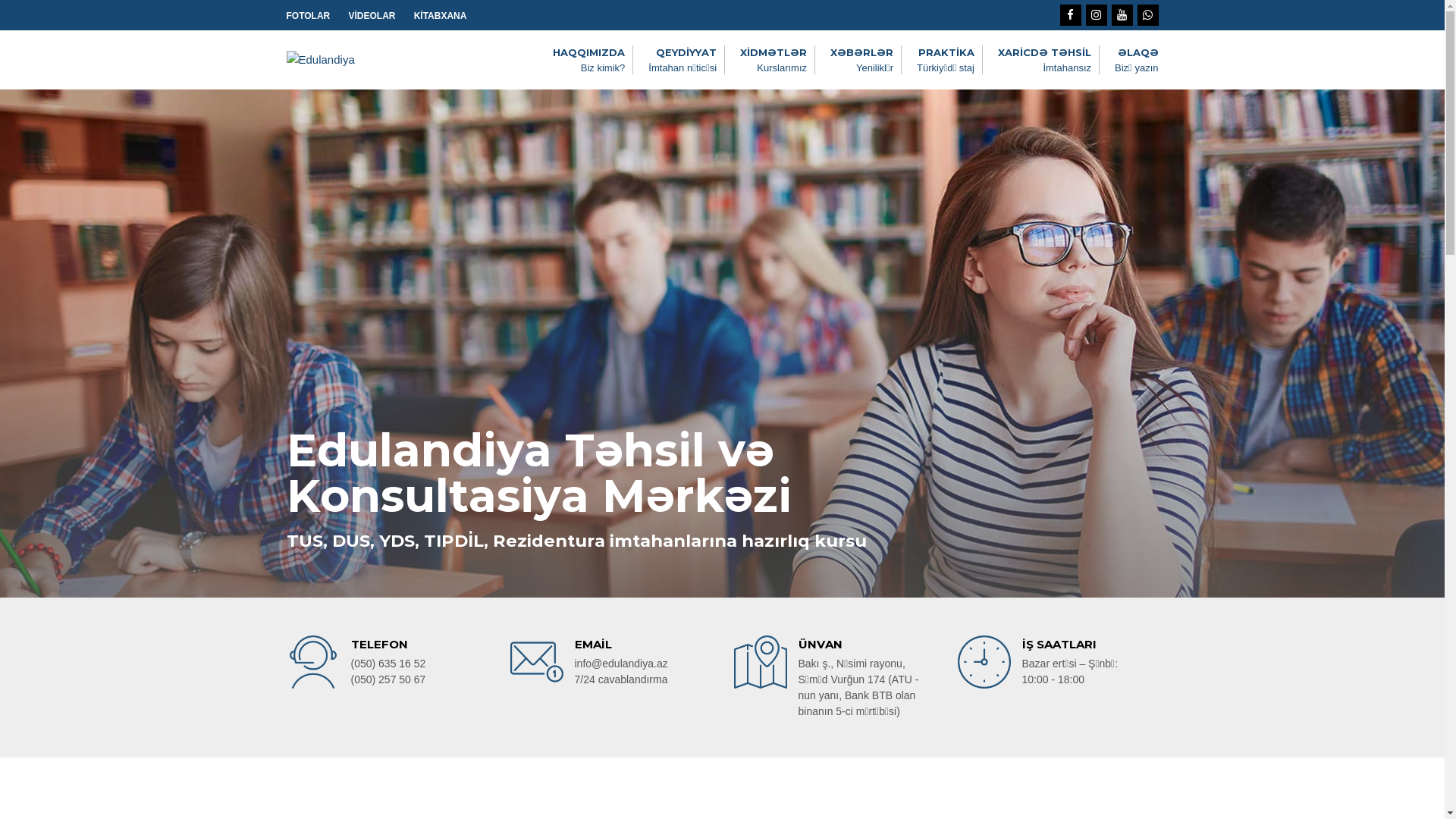 The height and width of the screenshot is (819, 1456). I want to click on '(050) 257 50 67', so click(388, 678).